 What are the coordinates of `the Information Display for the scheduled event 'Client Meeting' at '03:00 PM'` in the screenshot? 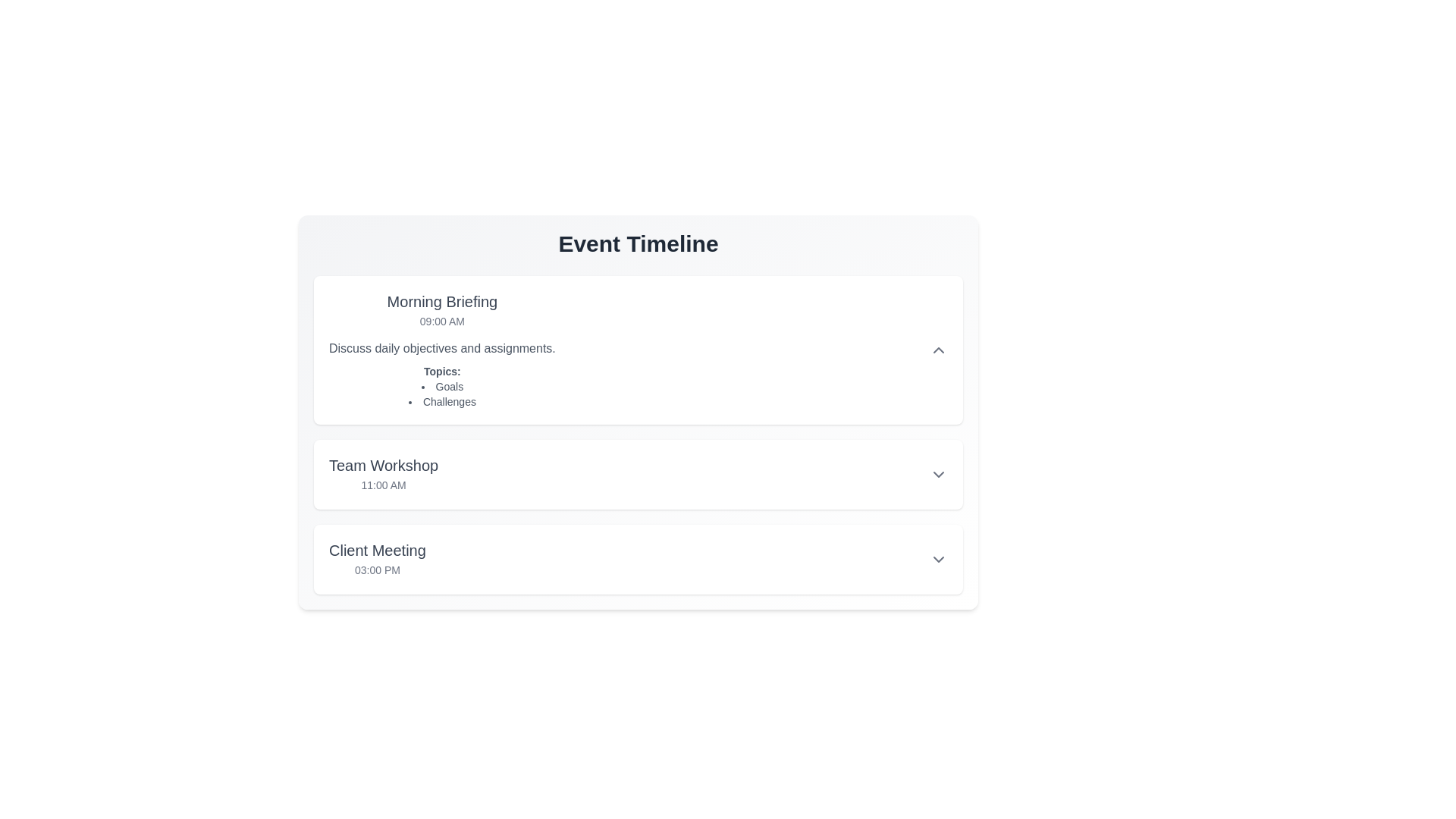 It's located at (638, 559).